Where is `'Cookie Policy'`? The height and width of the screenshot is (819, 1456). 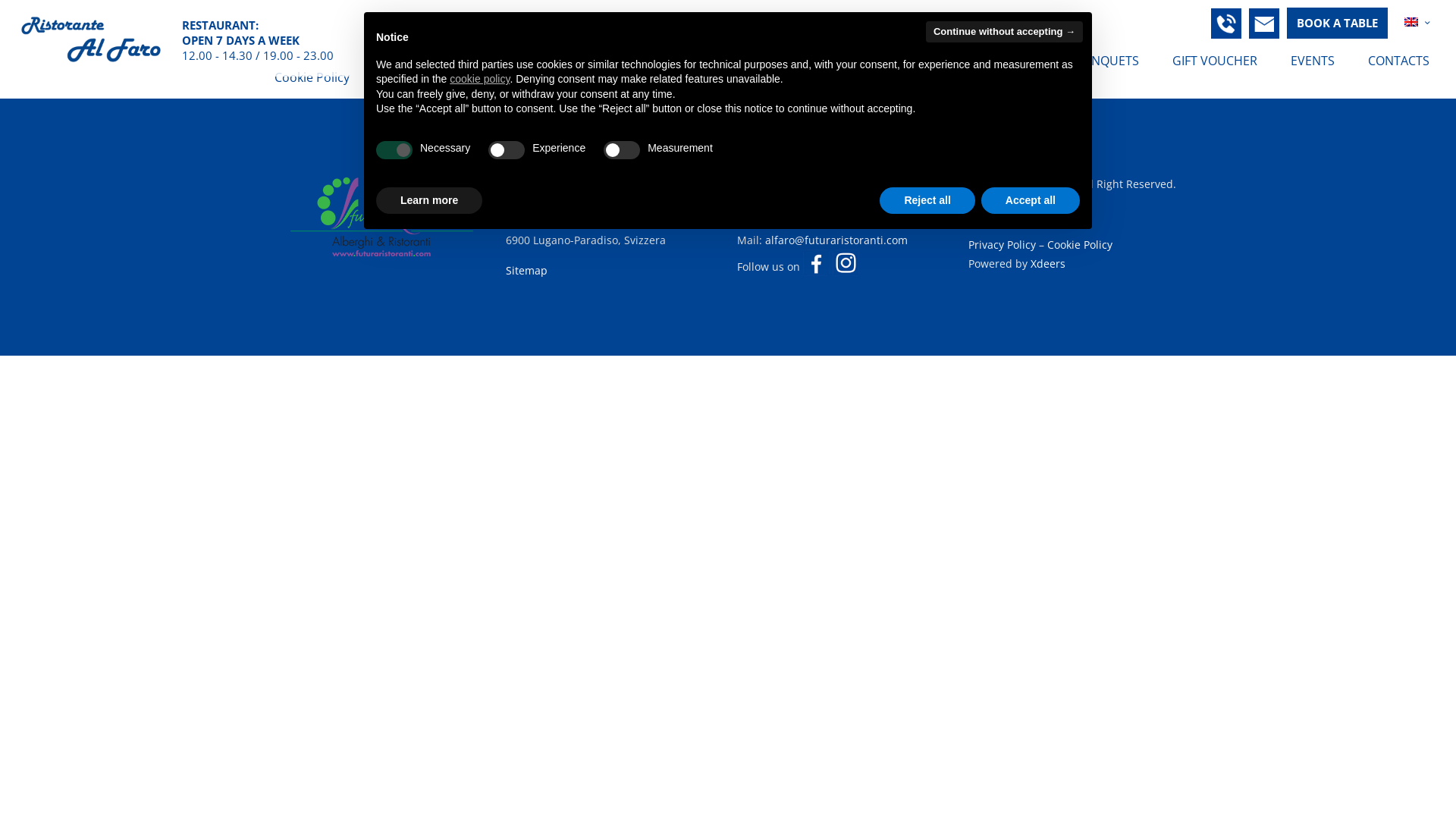 'Cookie Policy' is located at coordinates (1079, 243).